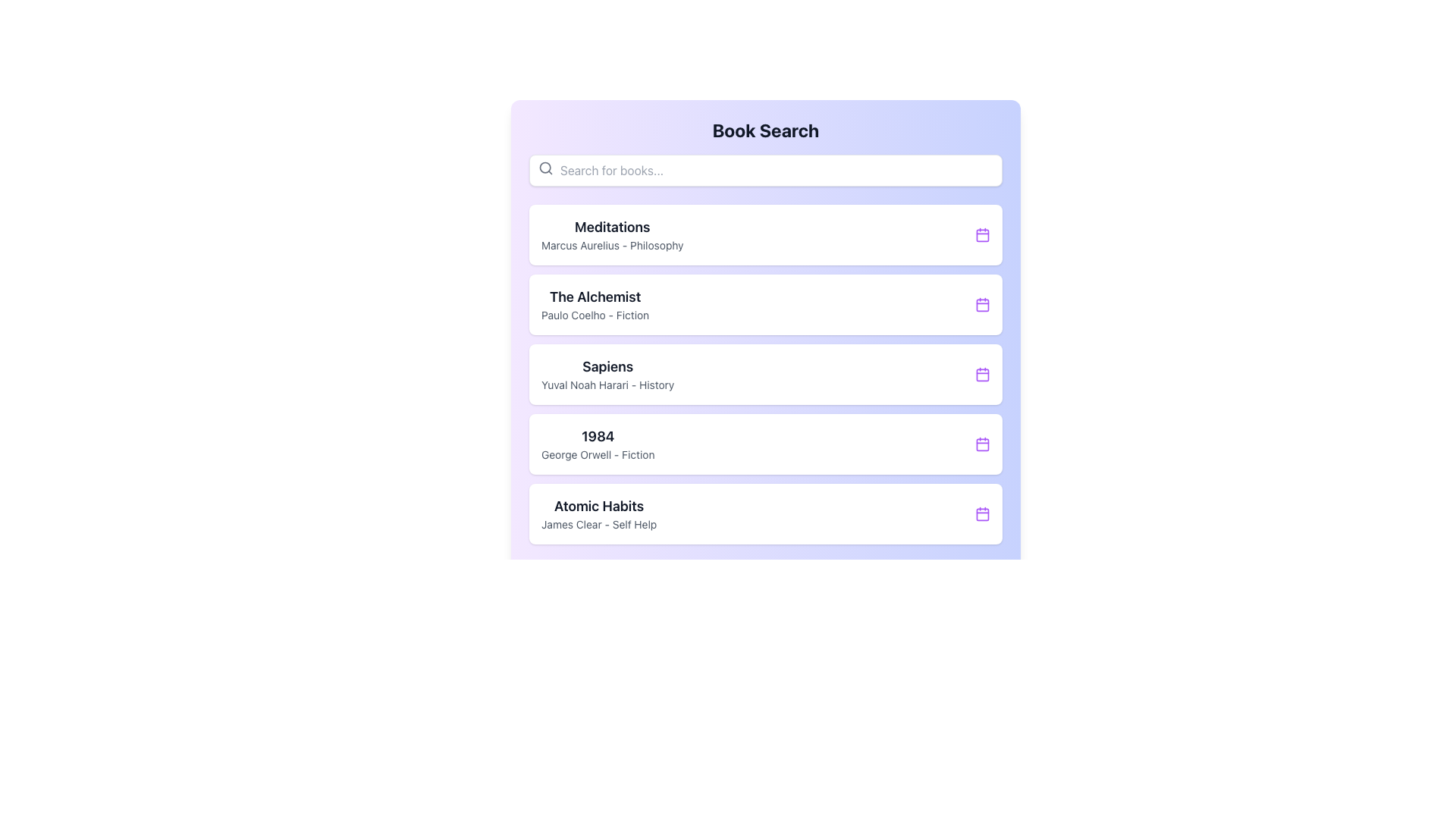 This screenshot has height=819, width=1456. Describe the element at coordinates (765, 374) in the screenshot. I see `the selected entry in the 'Book Search' list to choose it` at that location.